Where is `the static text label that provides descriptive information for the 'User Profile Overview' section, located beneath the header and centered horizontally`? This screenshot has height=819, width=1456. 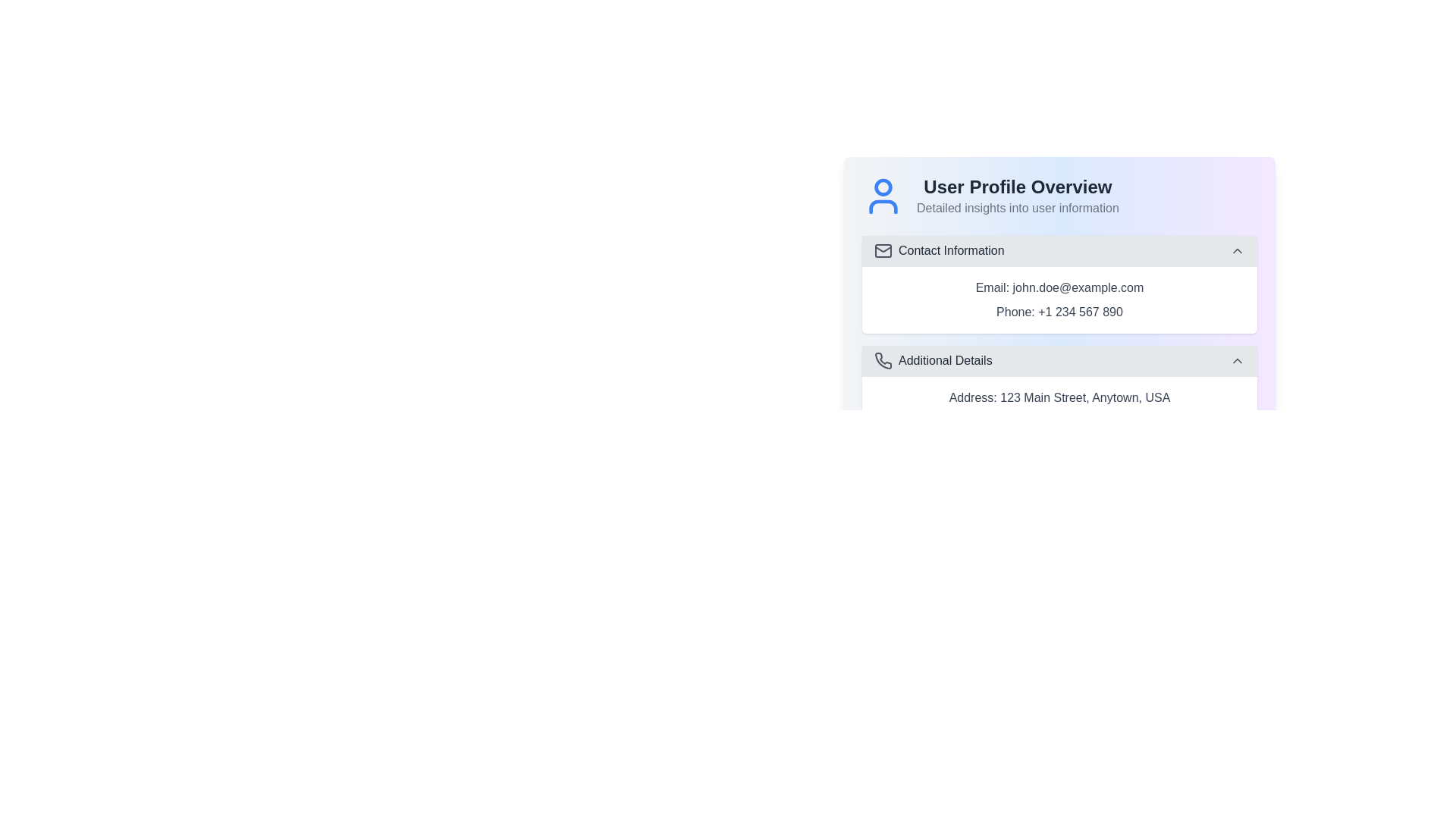 the static text label that provides descriptive information for the 'User Profile Overview' section, located beneath the header and centered horizontally is located at coordinates (1018, 208).